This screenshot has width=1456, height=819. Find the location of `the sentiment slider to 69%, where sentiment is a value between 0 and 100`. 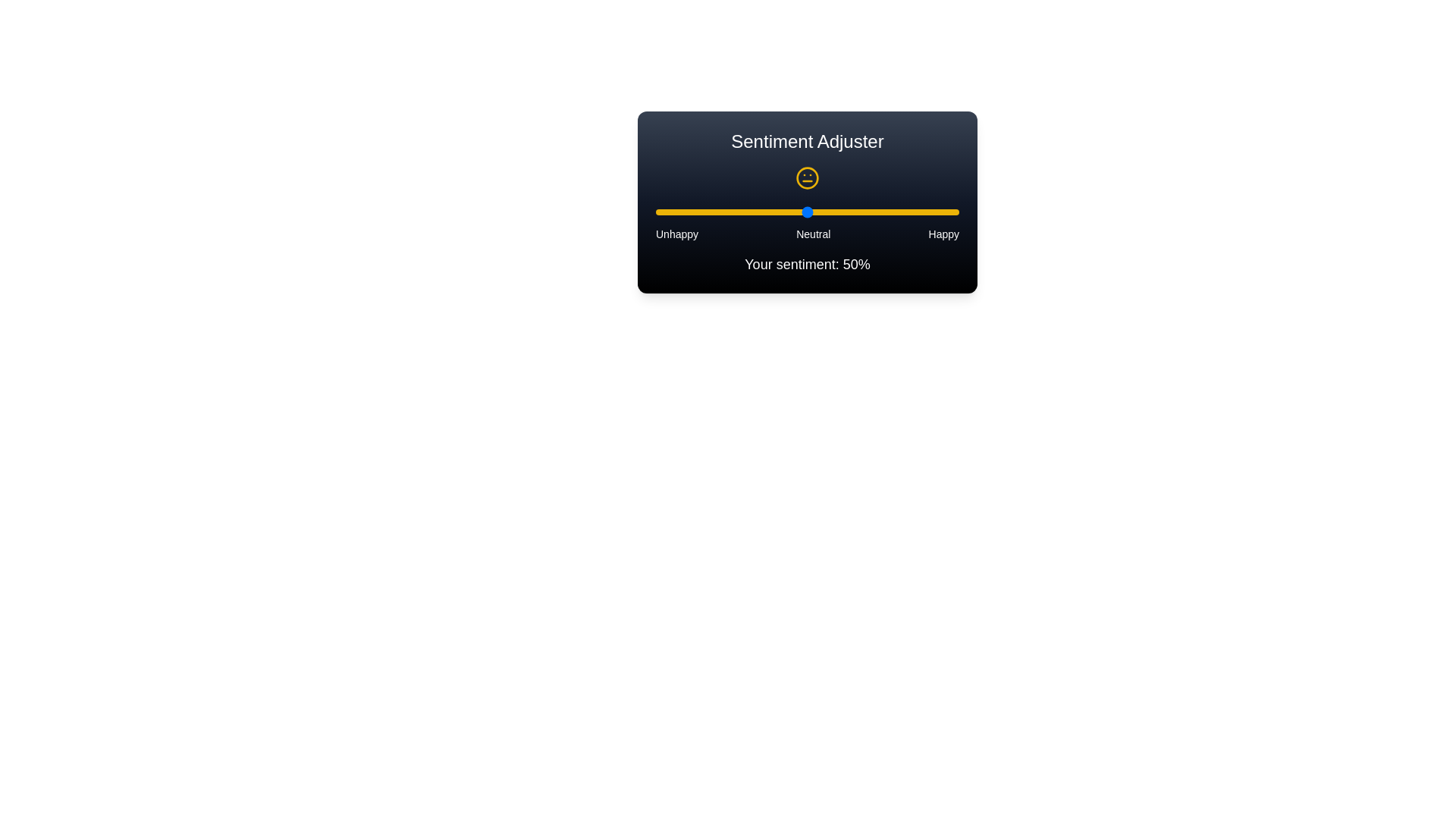

the sentiment slider to 69%, where sentiment is a value between 0 and 100 is located at coordinates (865, 212).